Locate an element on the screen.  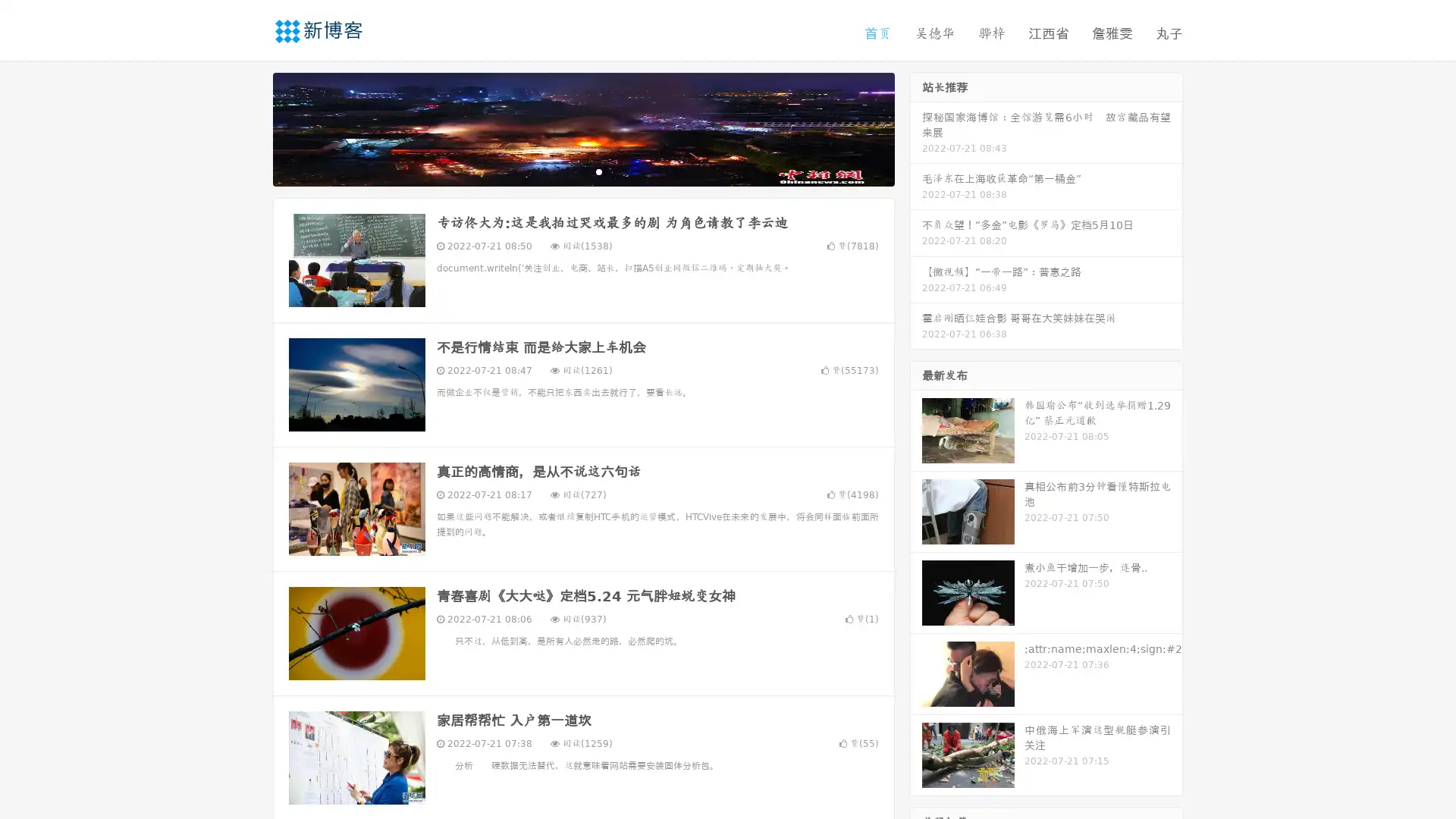
Next slide is located at coordinates (916, 127).